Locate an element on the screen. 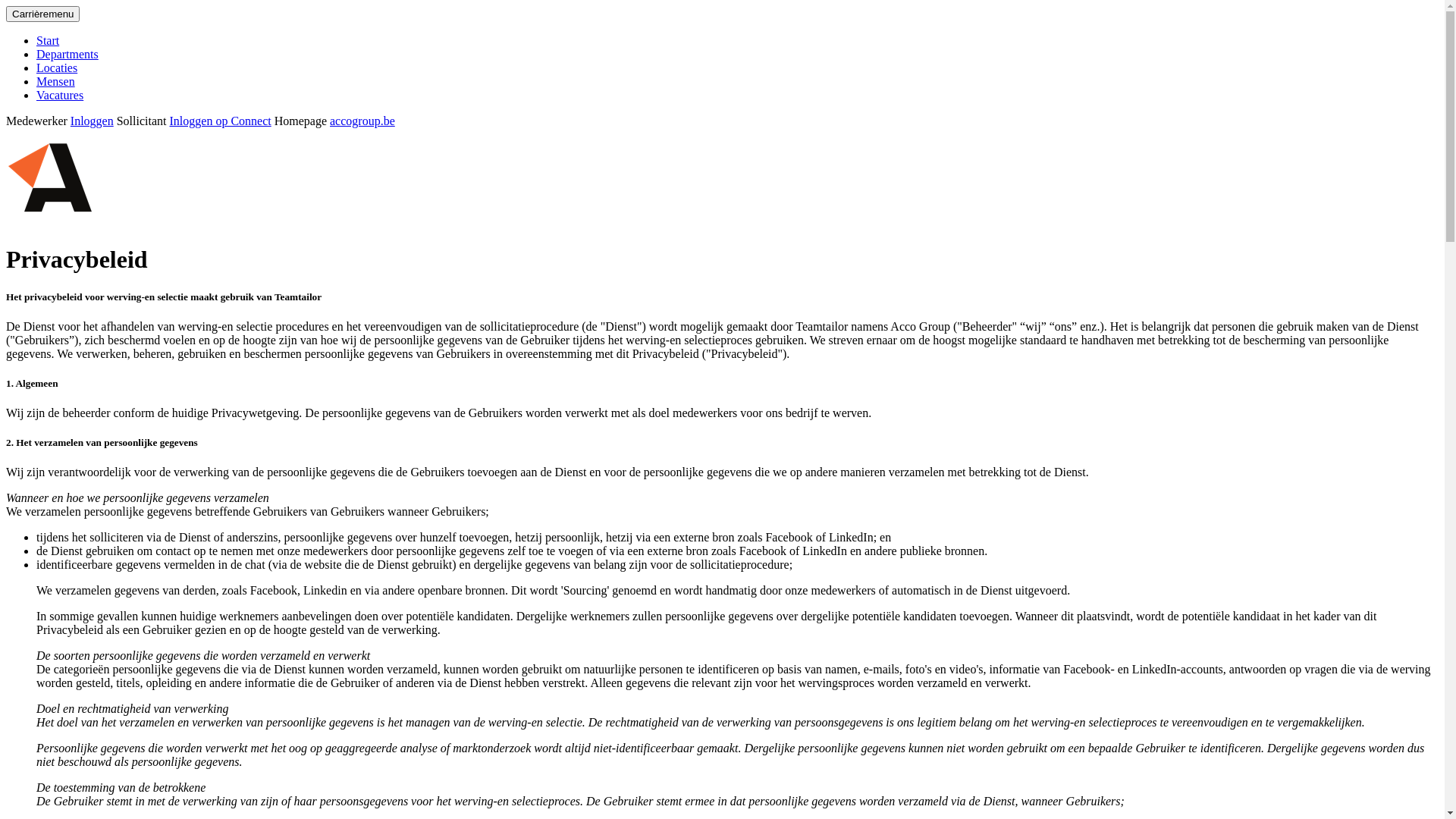 The image size is (1456, 819). 'Inloggen' is located at coordinates (91, 120).